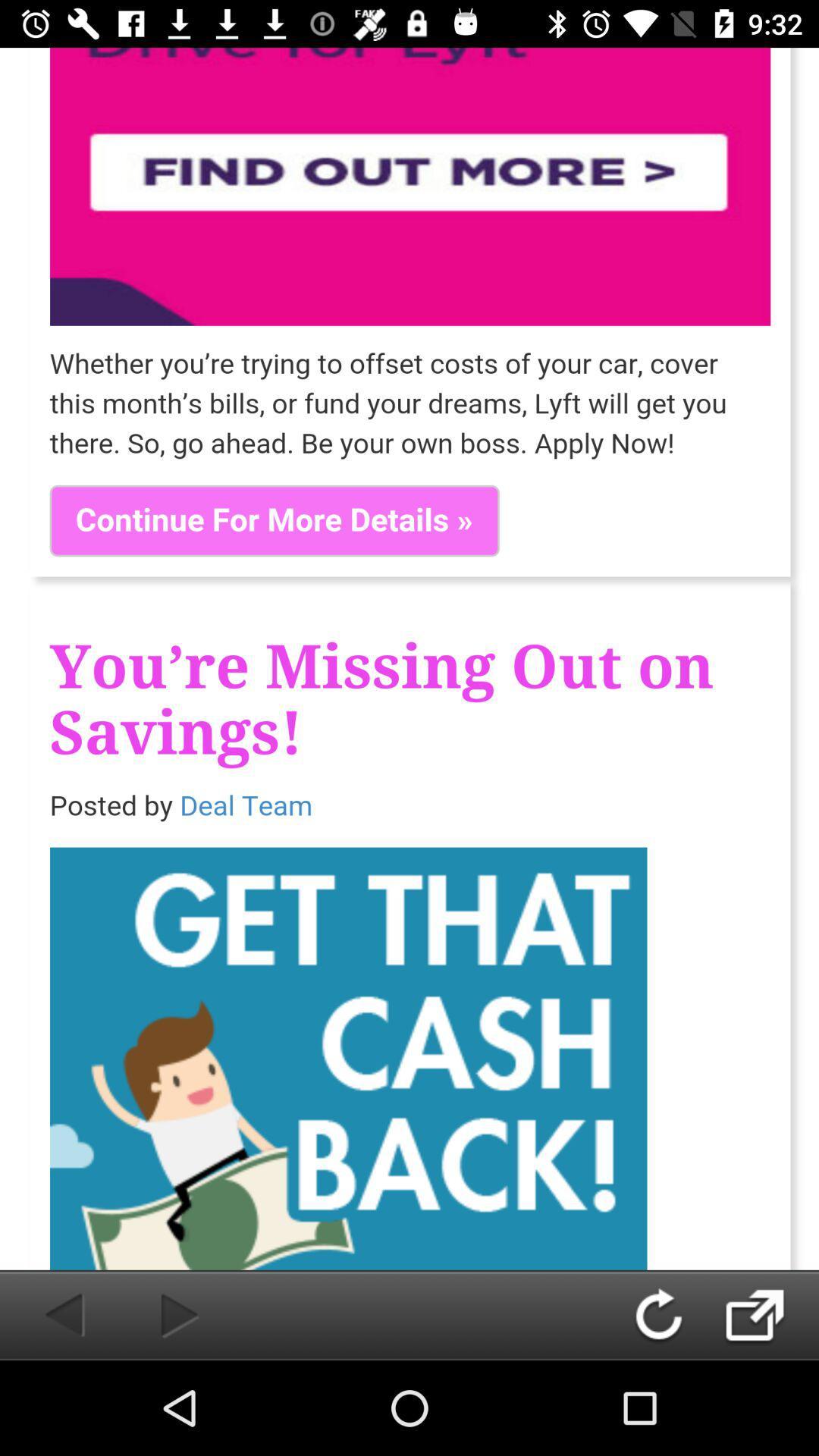 This screenshot has height=1456, width=819. What do you see at coordinates (155, 1314) in the screenshot?
I see `the play icon` at bounding box center [155, 1314].